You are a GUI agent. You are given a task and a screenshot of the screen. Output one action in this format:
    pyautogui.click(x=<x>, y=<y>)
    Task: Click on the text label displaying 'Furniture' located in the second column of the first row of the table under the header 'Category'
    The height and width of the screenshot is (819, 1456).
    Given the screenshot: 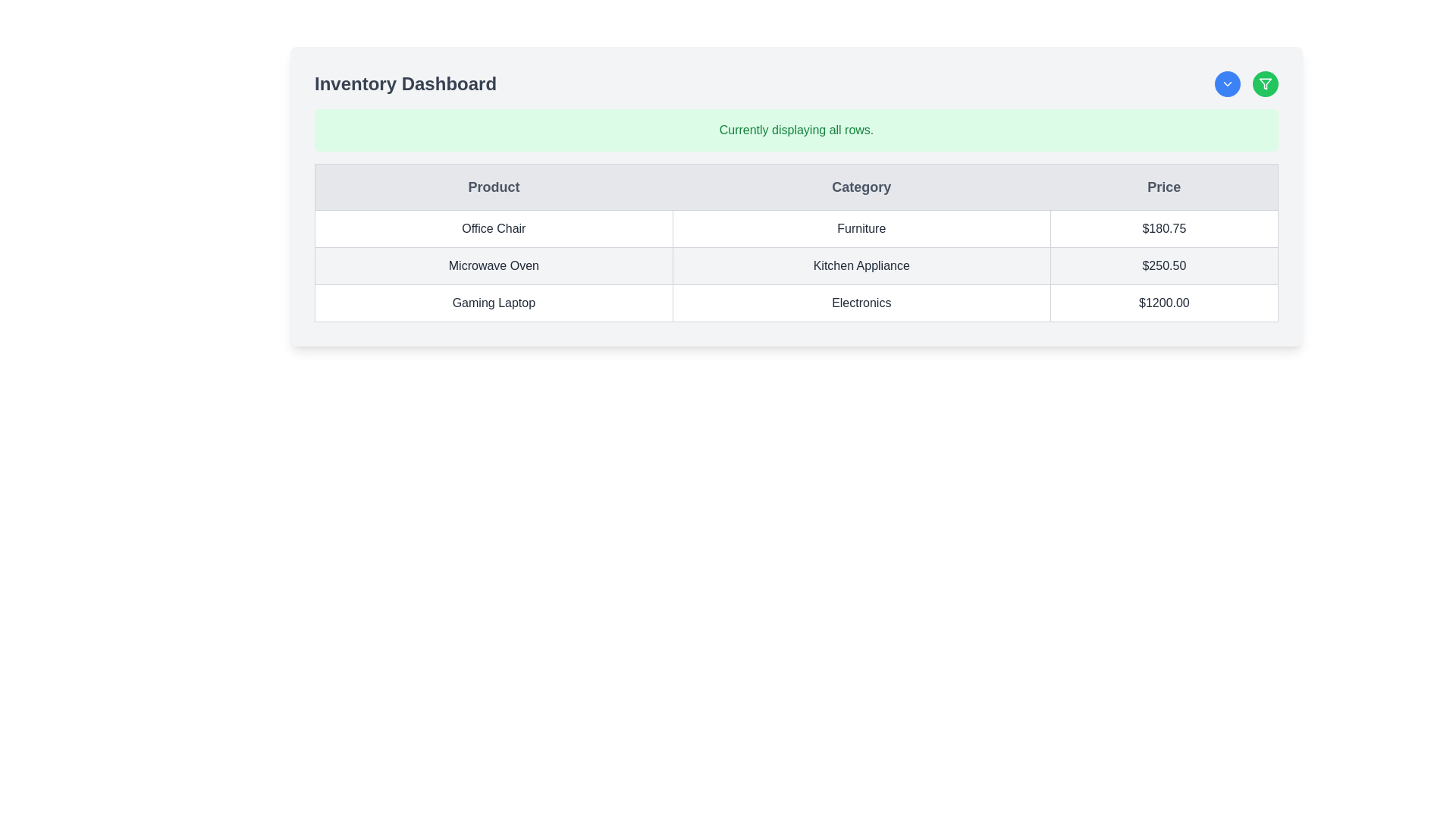 What is the action you would take?
    pyautogui.click(x=861, y=228)
    